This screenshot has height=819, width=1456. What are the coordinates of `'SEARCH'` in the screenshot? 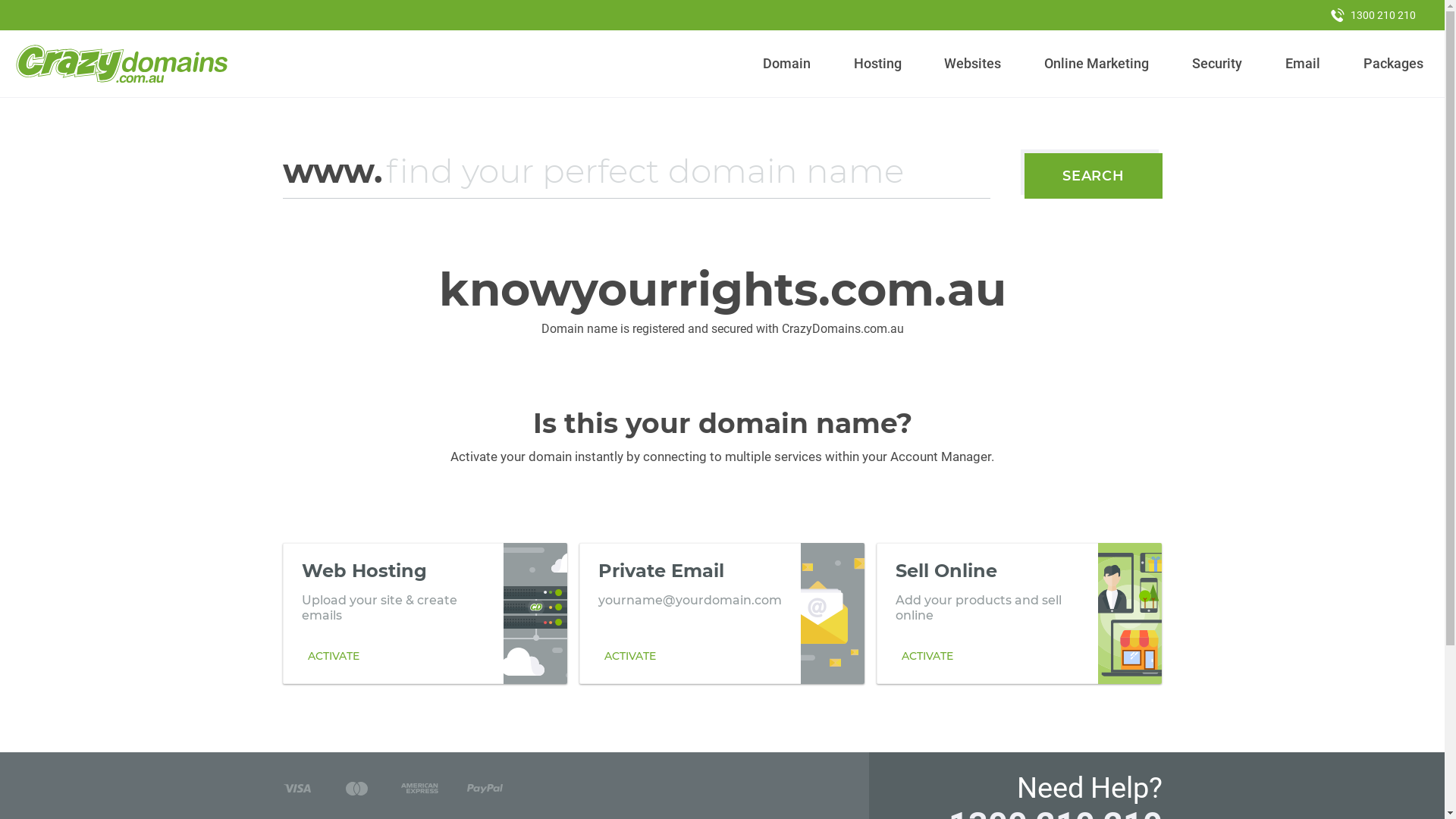 It's located at (1093, 174).